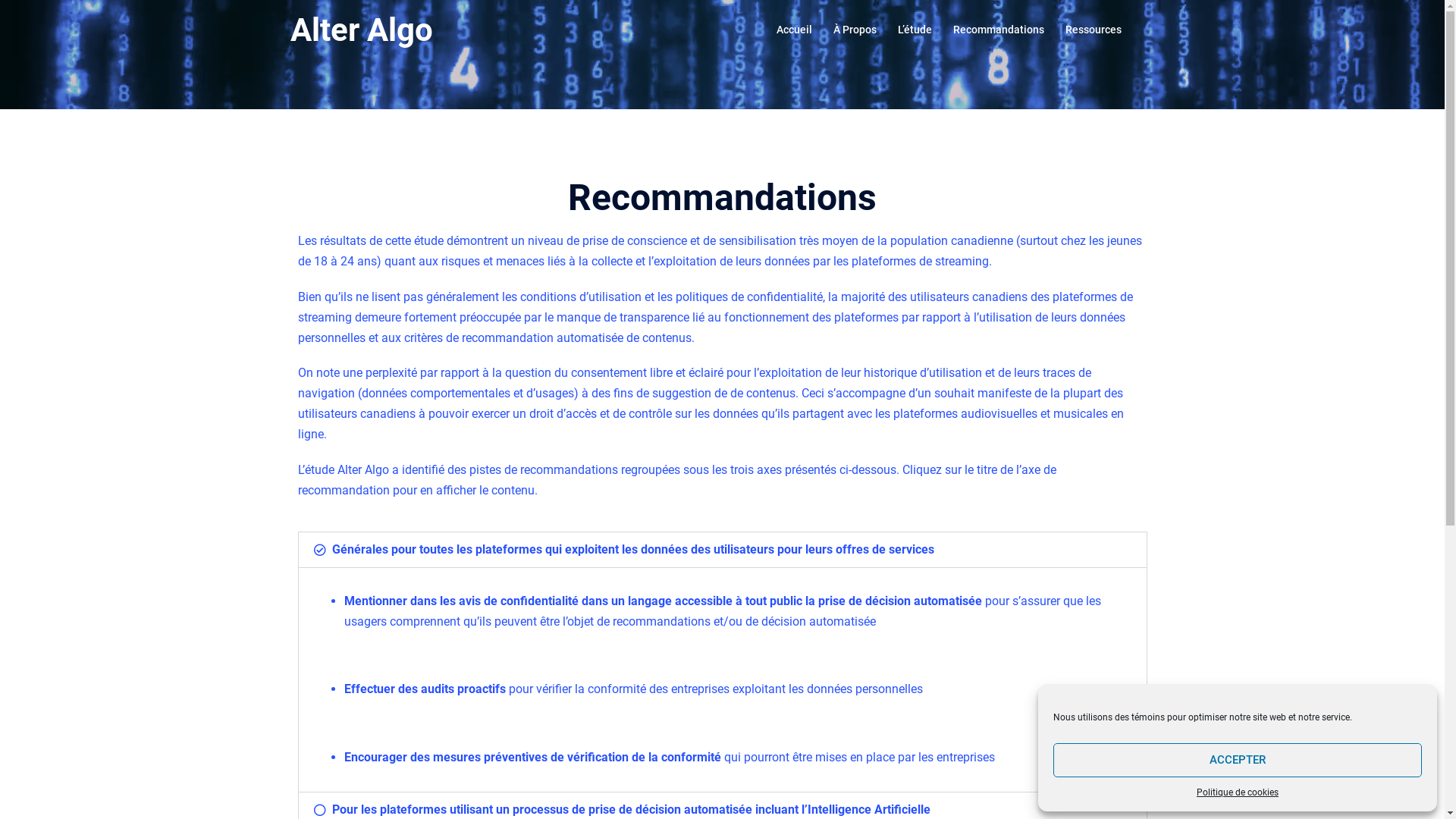 The image size is (1456, 819). What do you see at coordinates (1196, 792) in the screenshot?
I see `'Politique de cookies'` at bounding box center [1196, 792].